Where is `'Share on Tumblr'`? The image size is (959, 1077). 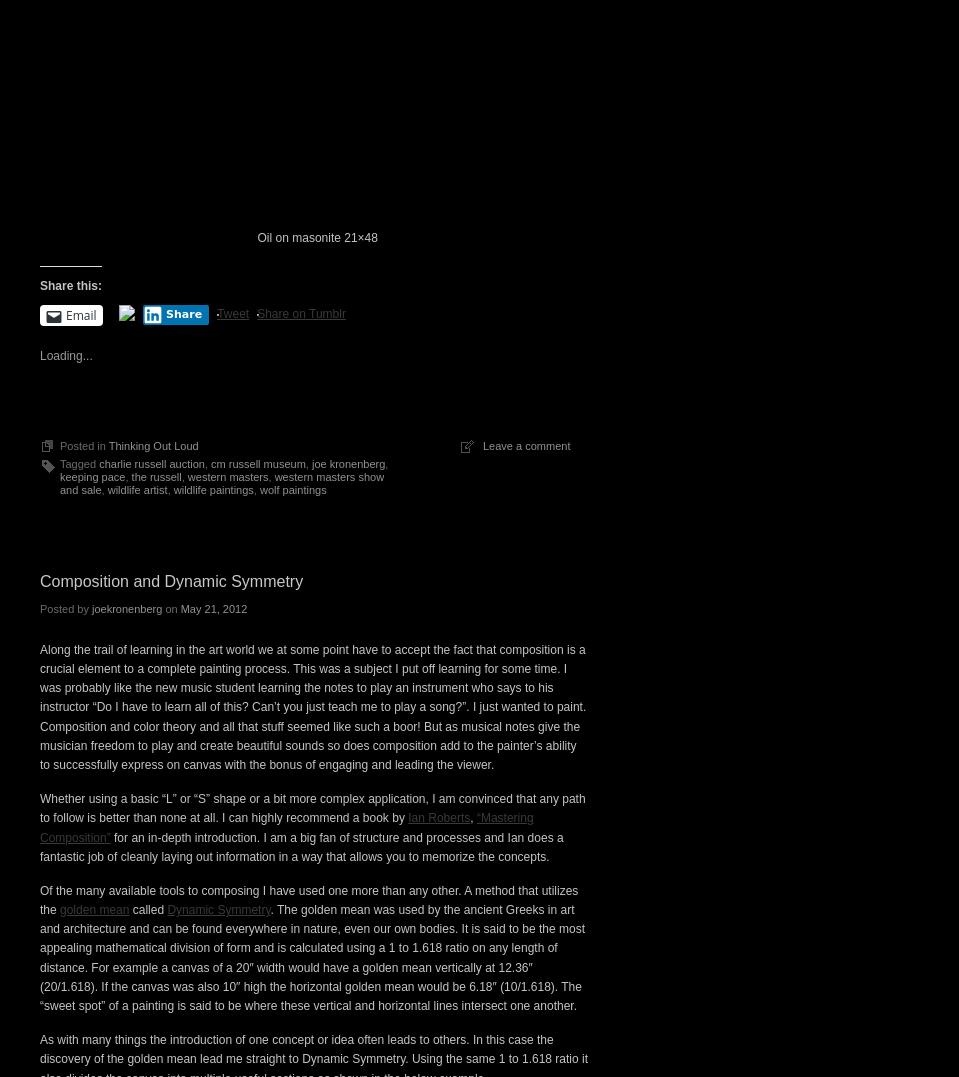
'Share on Tumblr' is located at coordinates (300, 660).